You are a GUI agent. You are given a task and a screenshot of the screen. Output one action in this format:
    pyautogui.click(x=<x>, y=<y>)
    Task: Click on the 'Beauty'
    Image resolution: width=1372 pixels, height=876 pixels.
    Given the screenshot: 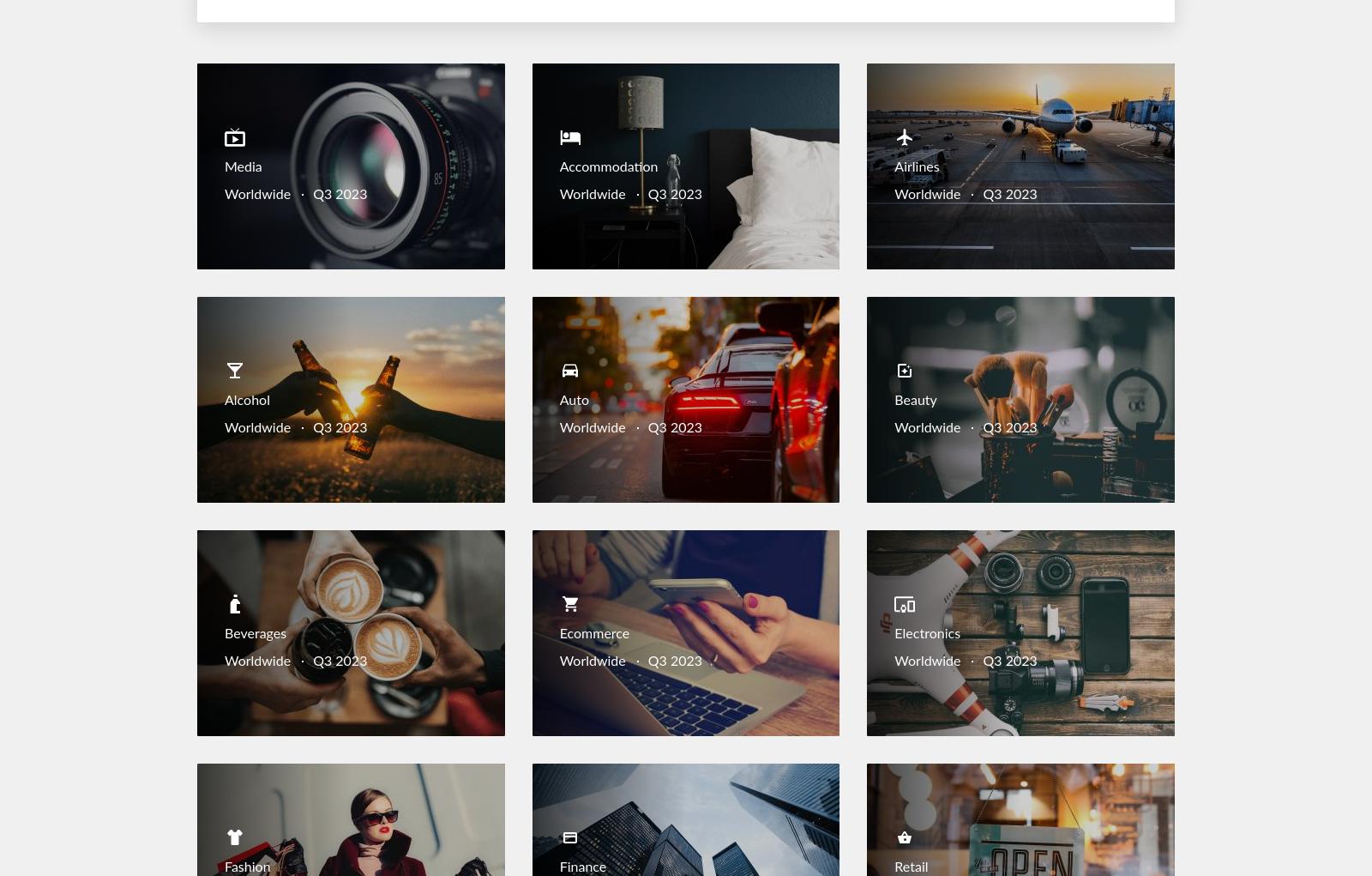 What is the action you would take?
    pyautogui.click(x=915, y=401)
    